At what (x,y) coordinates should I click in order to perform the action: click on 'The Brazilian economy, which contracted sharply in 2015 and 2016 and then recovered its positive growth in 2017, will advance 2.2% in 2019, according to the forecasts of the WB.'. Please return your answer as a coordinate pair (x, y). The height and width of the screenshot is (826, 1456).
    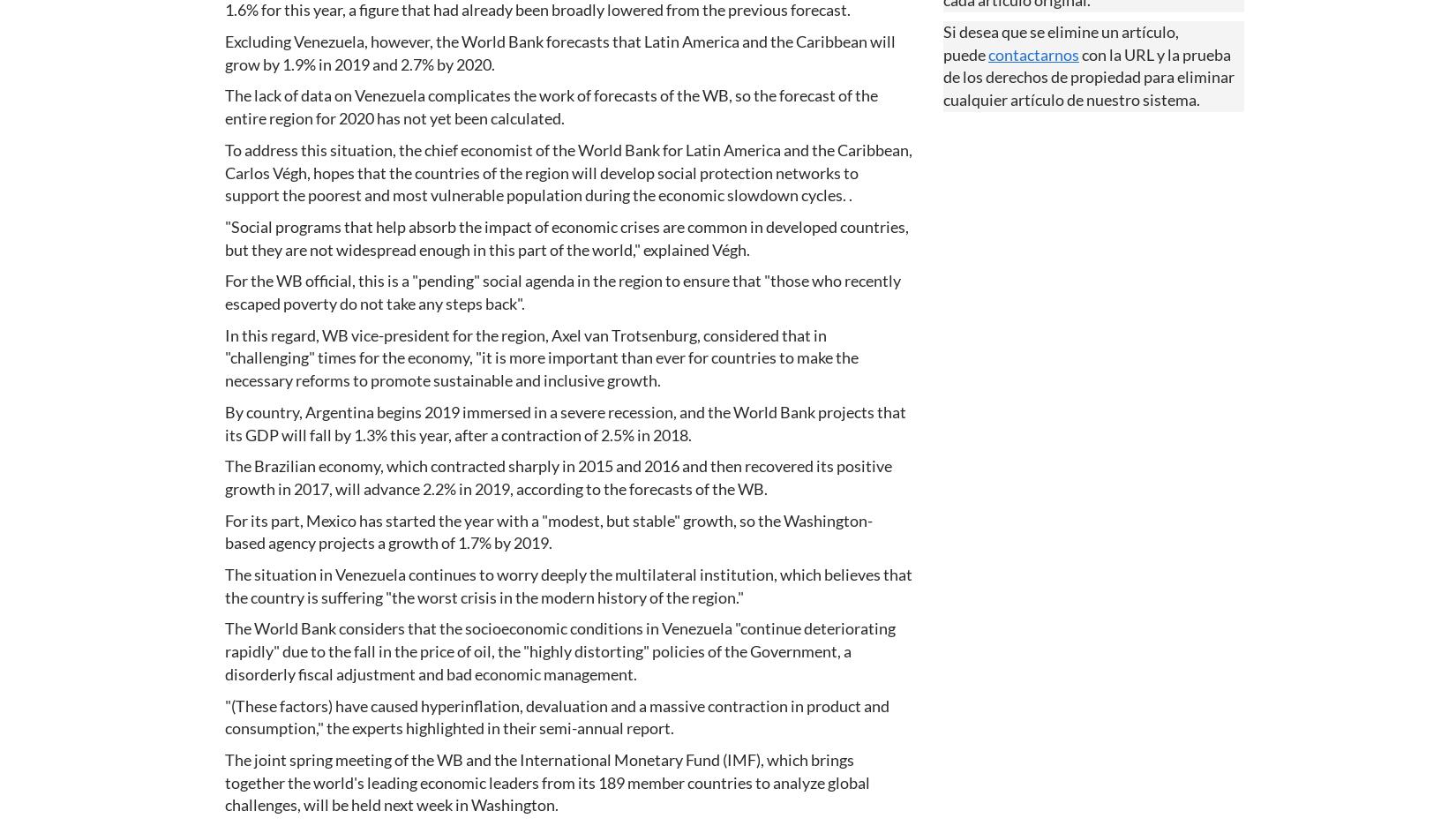
    Looking at the image, I should click on (557, 477).